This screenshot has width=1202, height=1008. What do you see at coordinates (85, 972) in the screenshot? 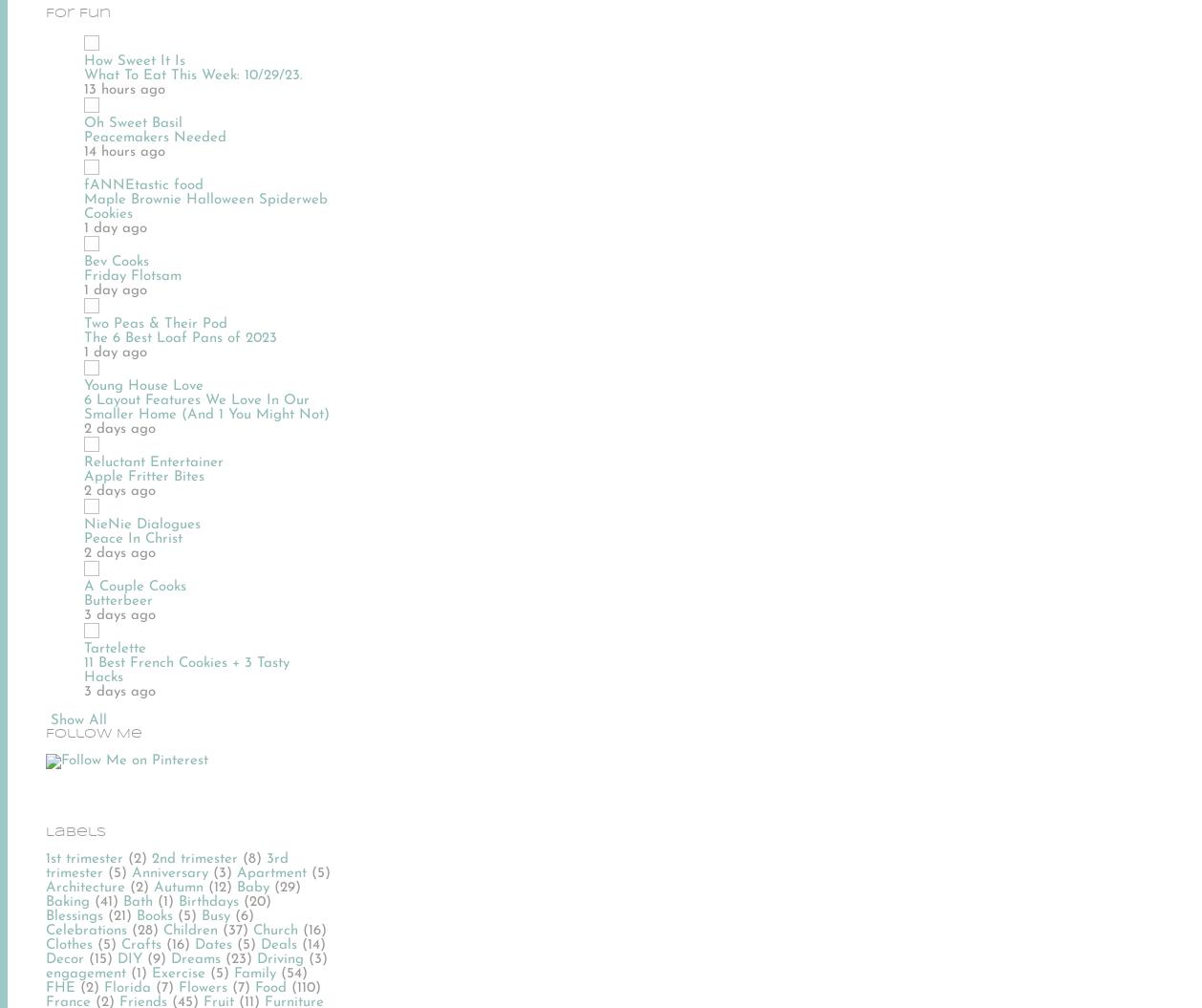
I see `'engagement'` at bounding box center [85, 972].